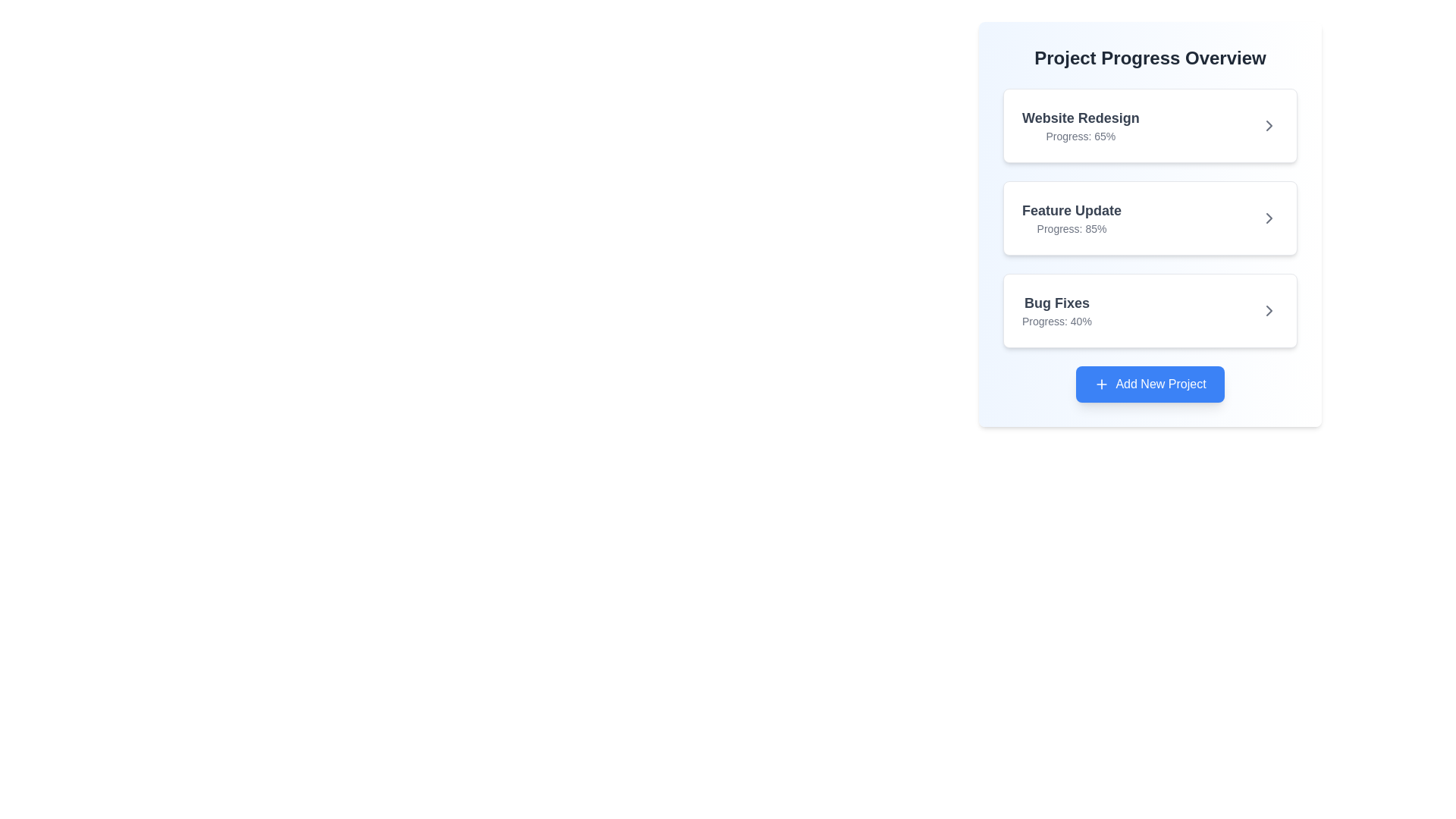  What do you see at coordinates (1080, 124) in the screenshot?
I see `the static text display that shows the title and progress percentage of the 'Website Redesign' project, which is the first card in the vertical list of project progress cards` at bounding box center [1080, 124].